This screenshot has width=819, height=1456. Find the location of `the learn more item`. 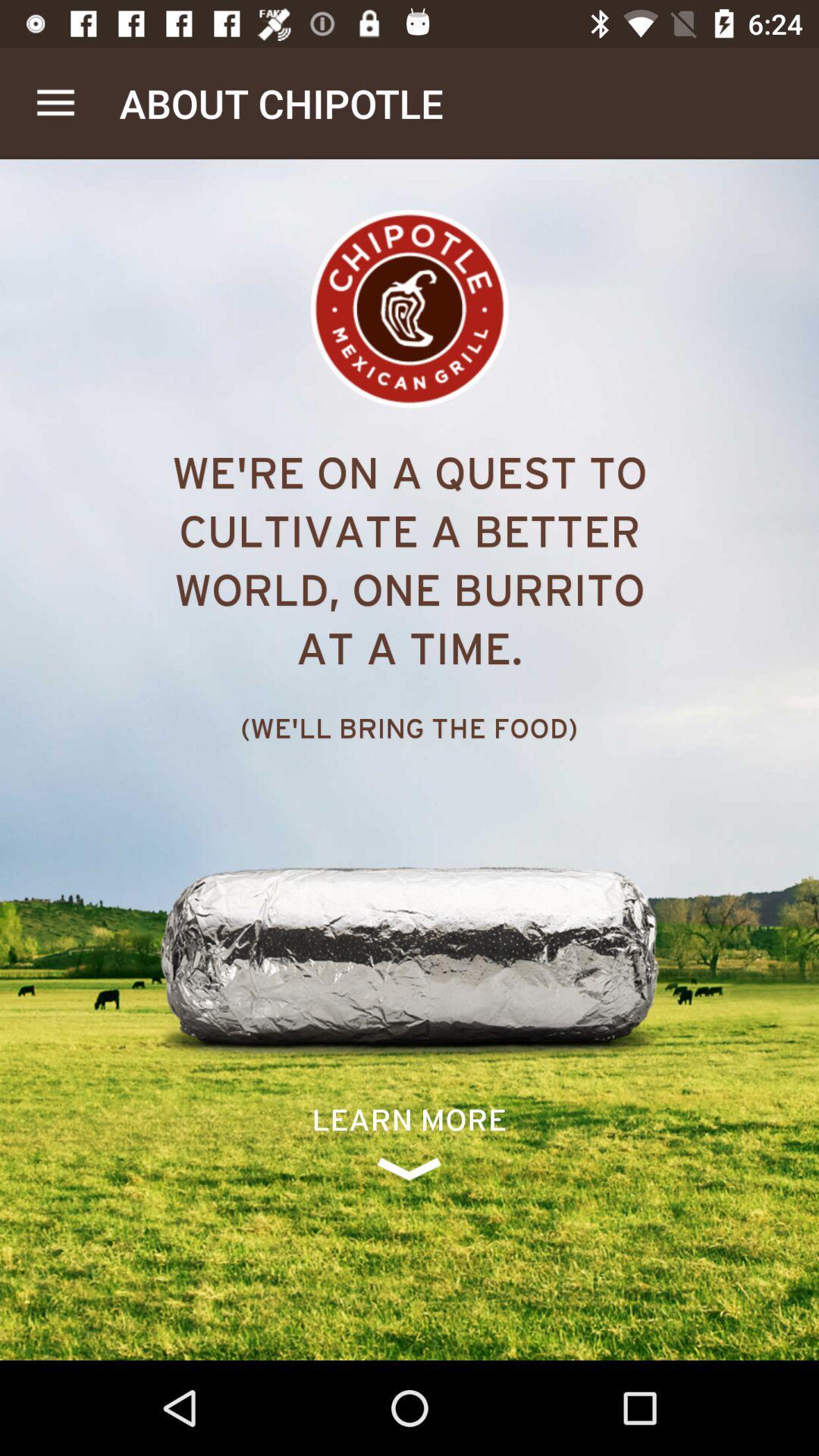

the learn more item is located at coordinates (408, 1141).